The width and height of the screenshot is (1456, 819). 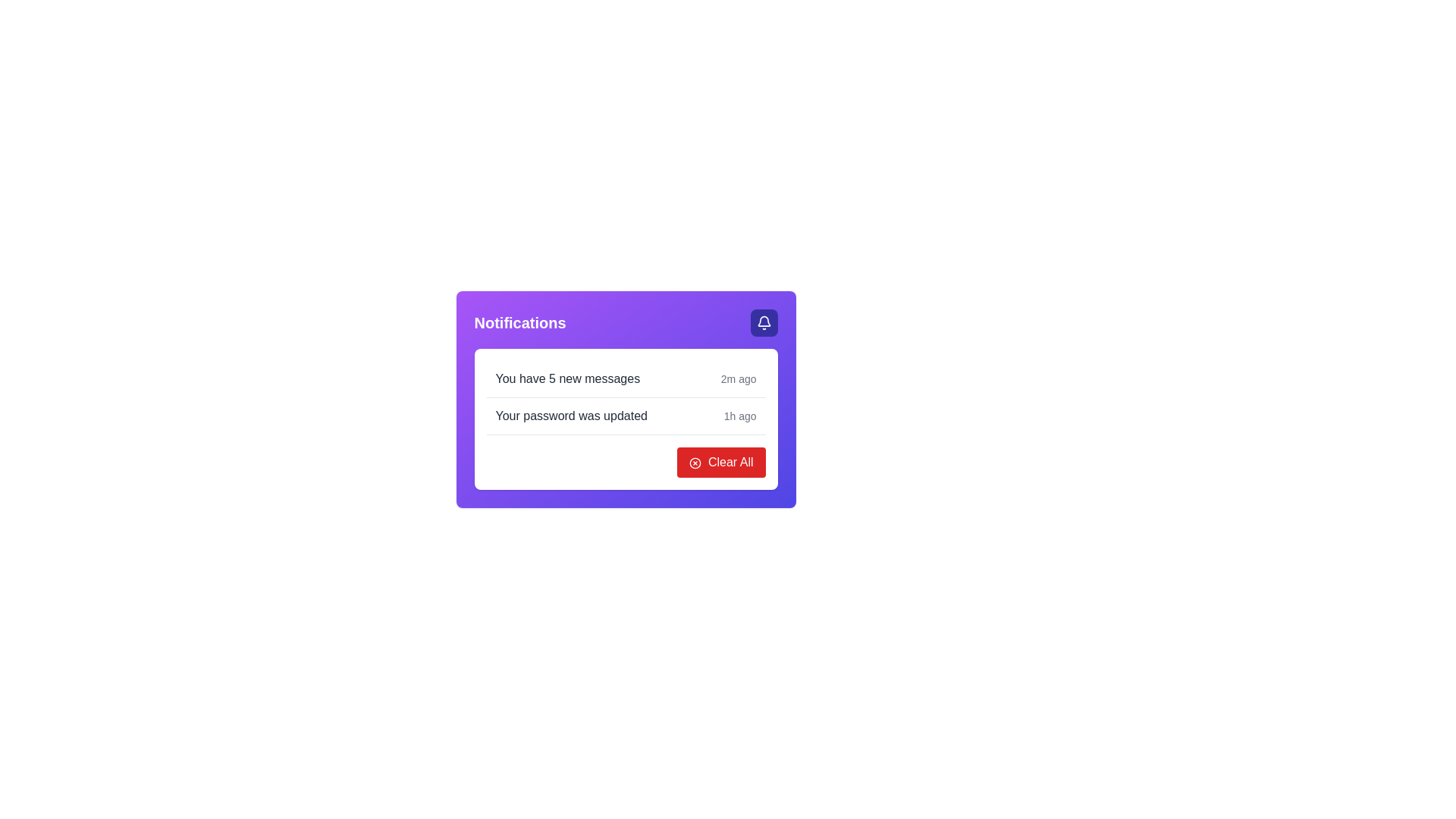 What do you see at coordinates (739, 378) in the screenshot?
I see `the text label displaying '2m ago', which is positioned on the right side of the notification line alongside 'You have 5 new messages'` at bounding box center [739, 378].